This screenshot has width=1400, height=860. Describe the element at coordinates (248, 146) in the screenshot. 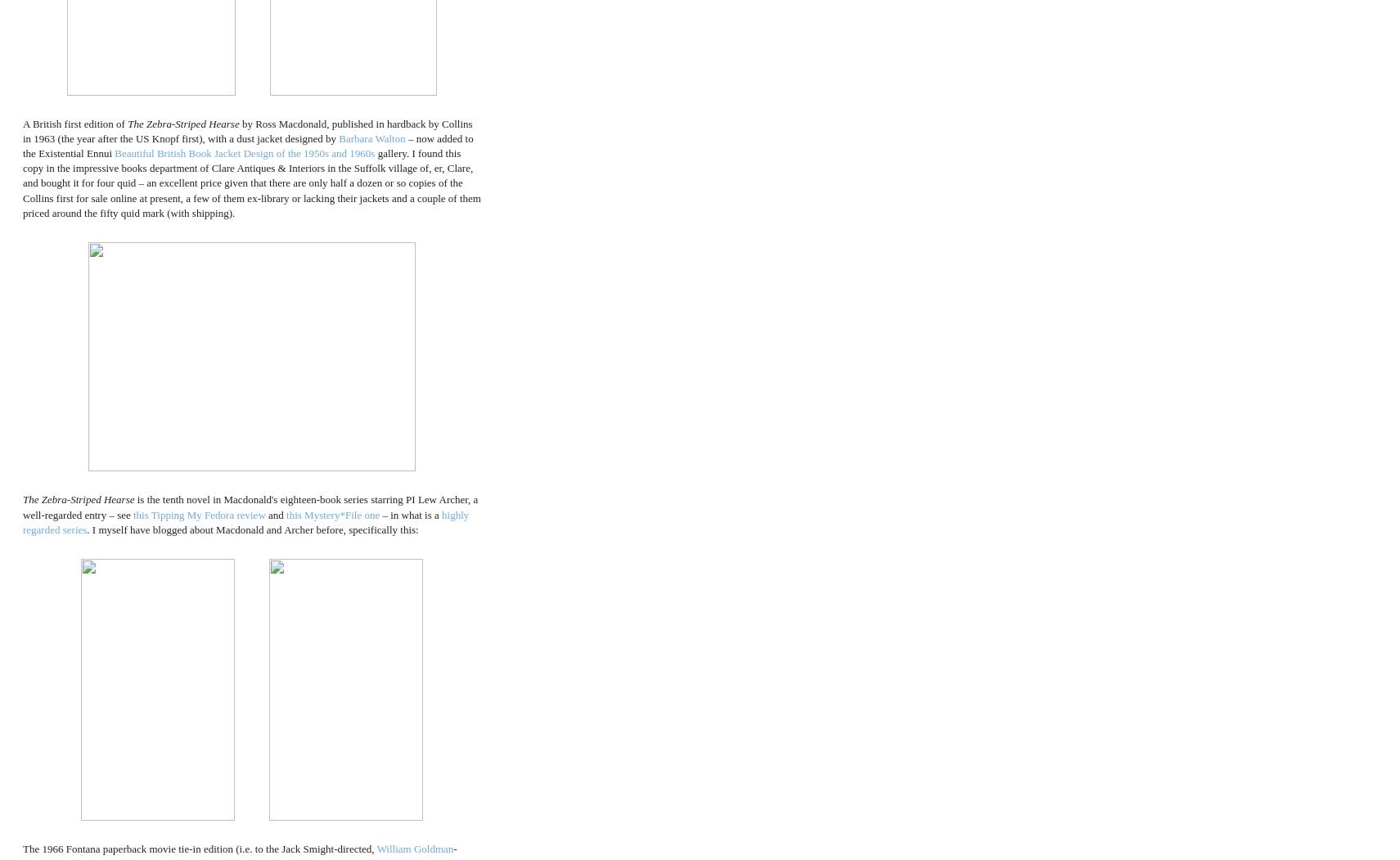

I see `'– now added to the Existential Ennui'` at that location.